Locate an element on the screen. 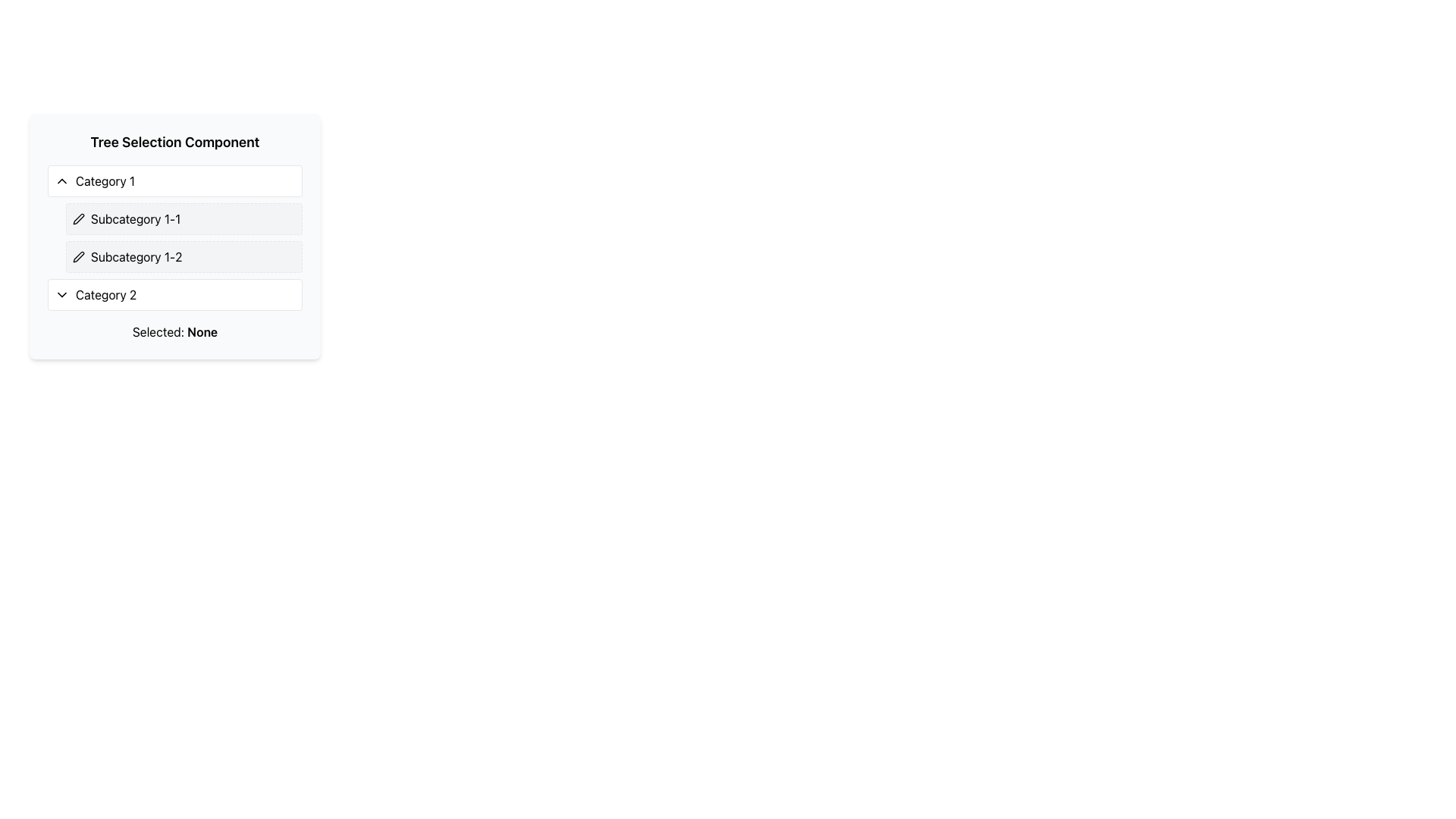 Image resolution: width=1456 pixels, height=819 pixels. the interactive list item labeled 'Subcategory 1-2' with a light gray background and dashed borders is located at coordinates (184, 256).